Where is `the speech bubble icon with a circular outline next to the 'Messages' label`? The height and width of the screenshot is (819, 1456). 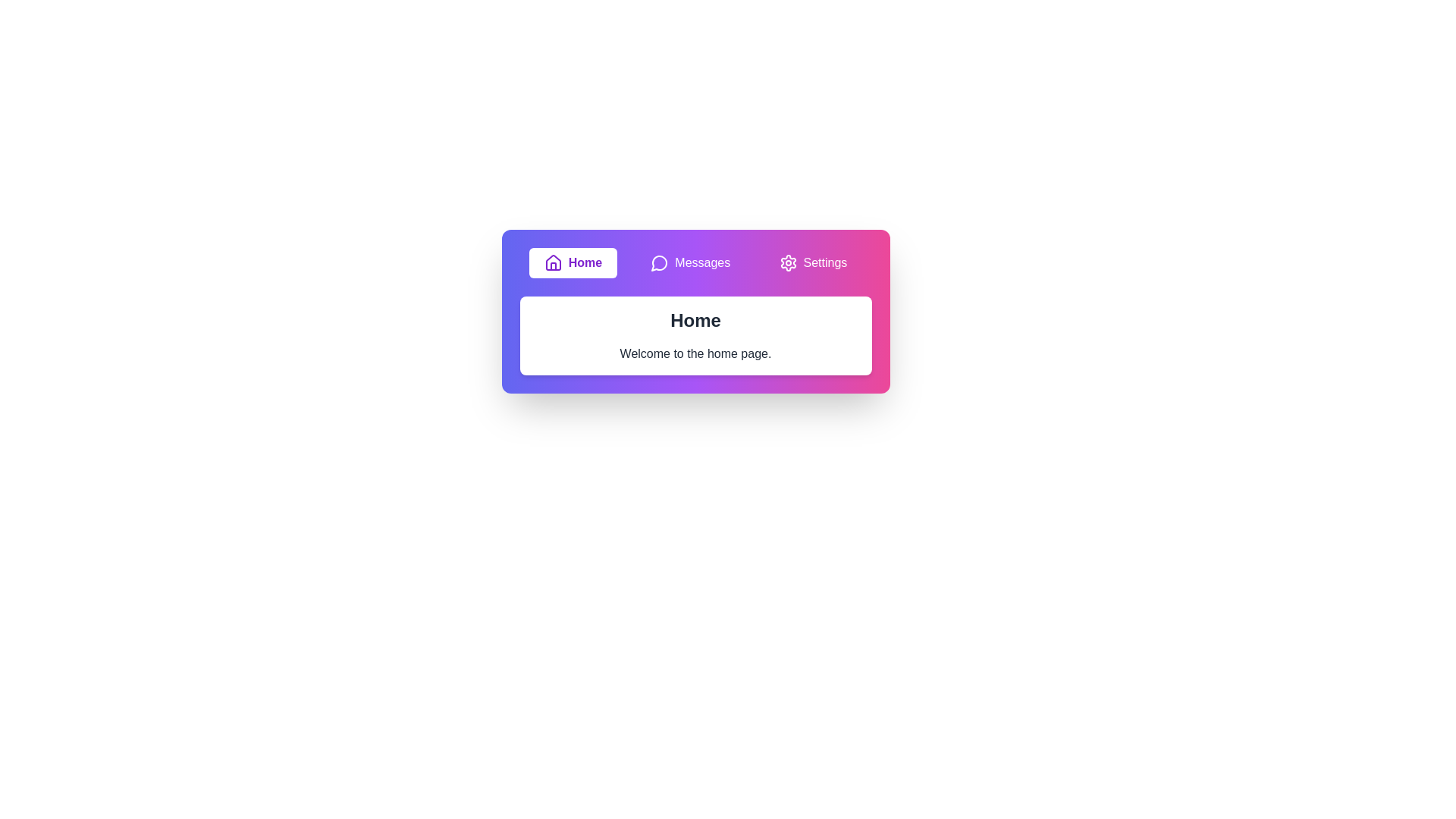
the speech bubble icon with a circular outline next to the 'Messages' label is located at coordinates (660, 262).